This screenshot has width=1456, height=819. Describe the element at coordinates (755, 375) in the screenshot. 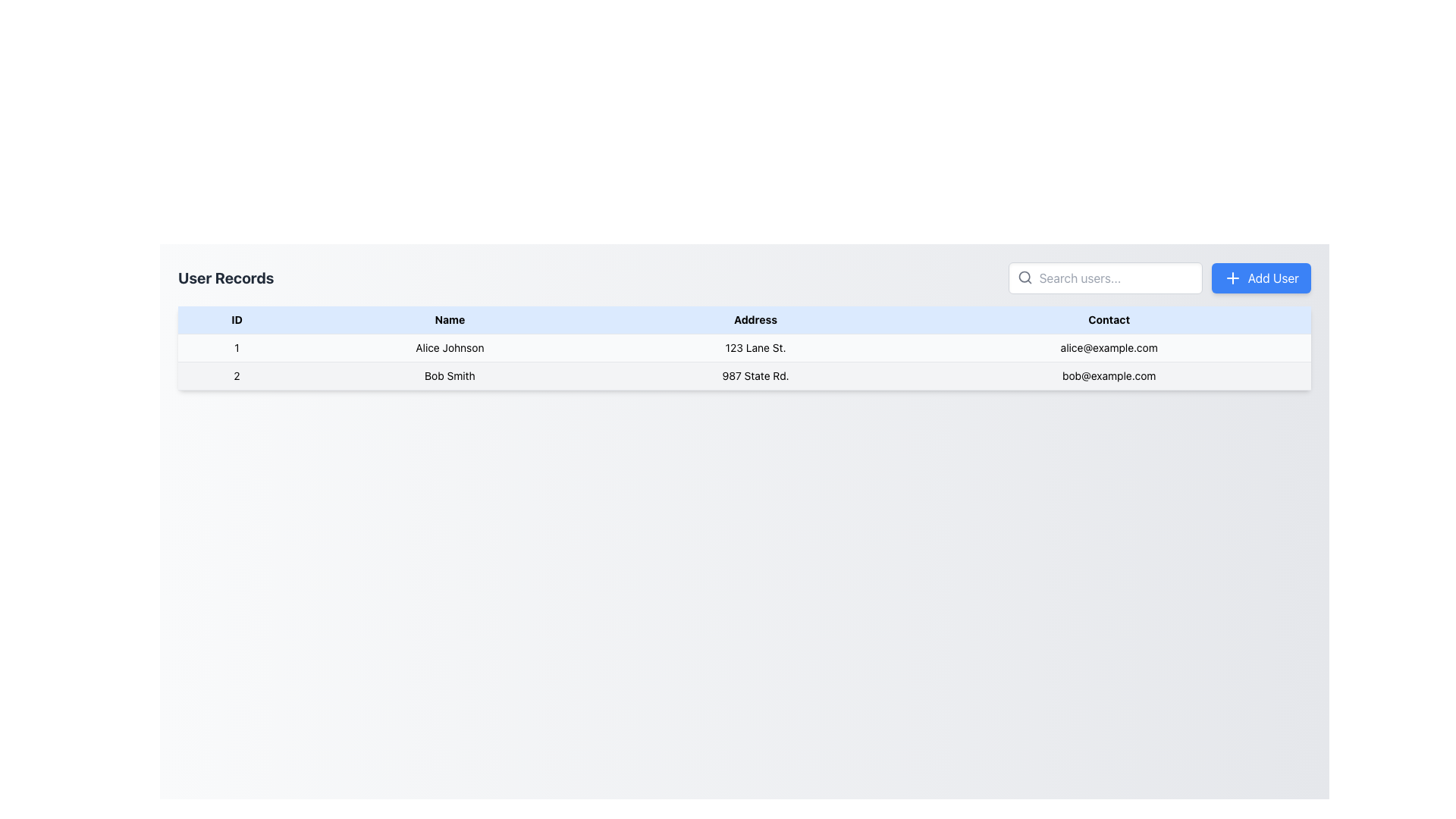

I see `the text field displaying '987 State Rd.' located in the third column of the second row of the user information table, between 'Bob Smith' and 'bob@example.com'` at that location.